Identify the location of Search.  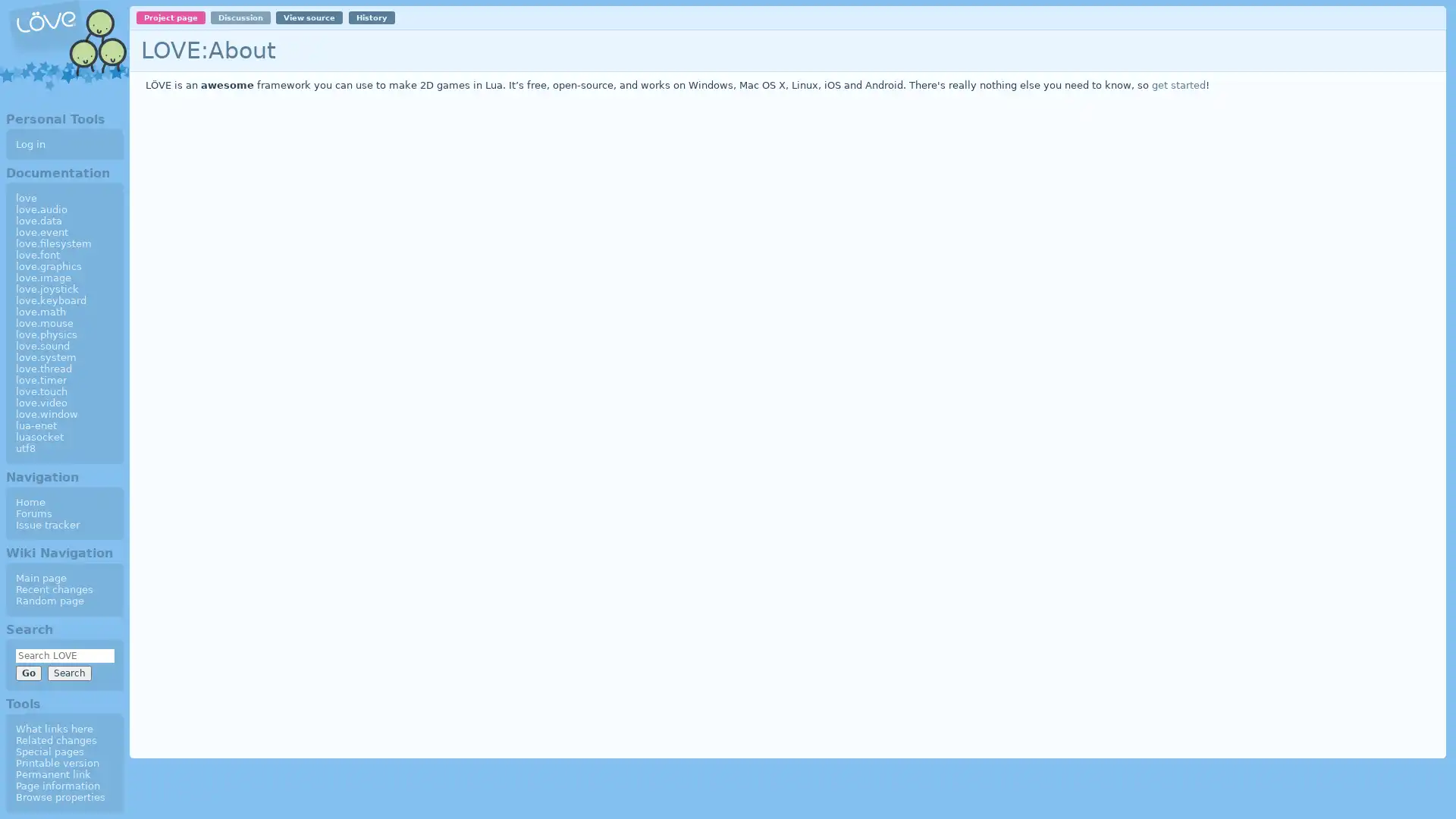
(68, 672).